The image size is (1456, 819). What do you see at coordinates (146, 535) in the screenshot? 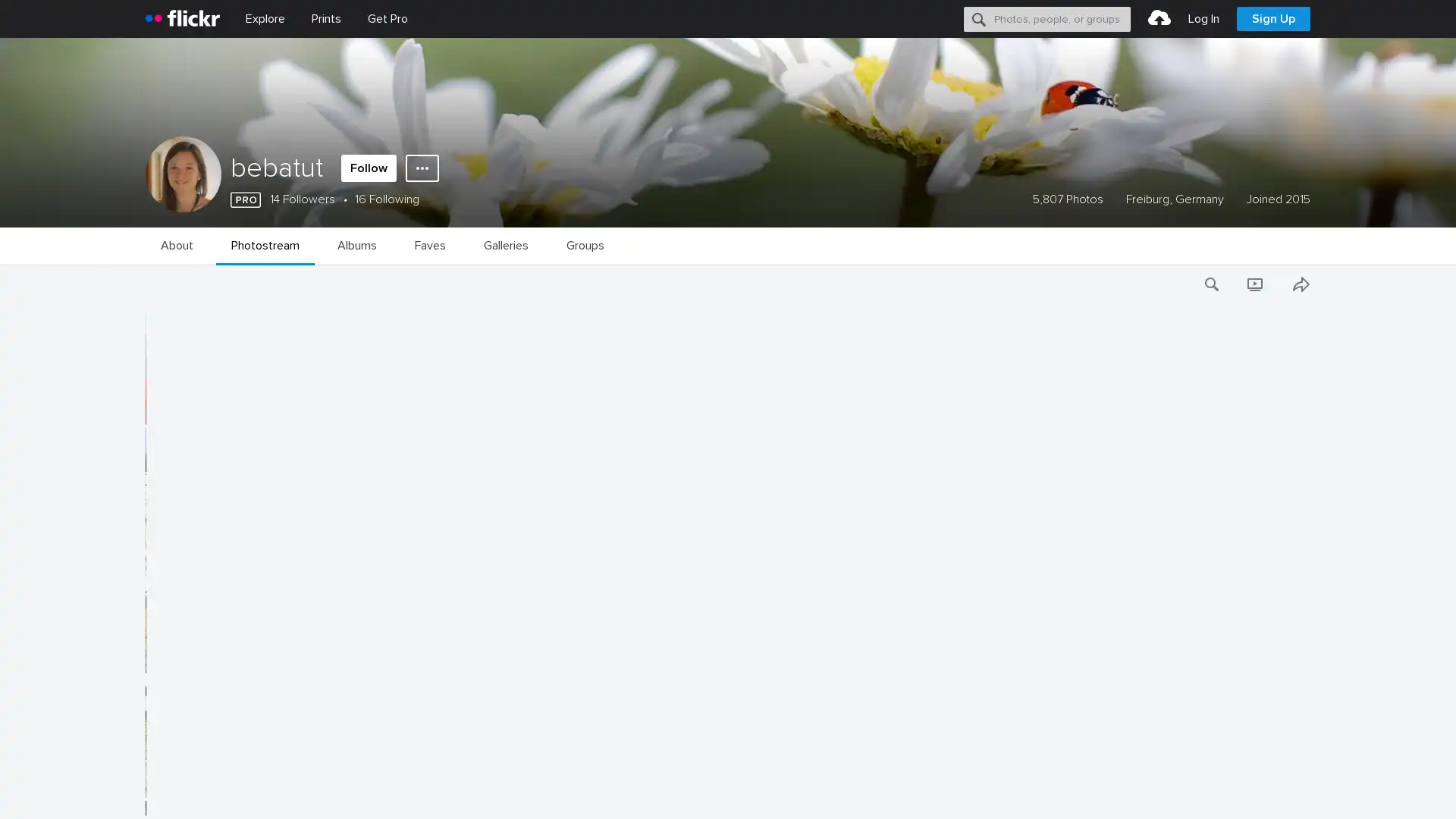
I see `Add to Favorites` at bounding box center [146, 535].